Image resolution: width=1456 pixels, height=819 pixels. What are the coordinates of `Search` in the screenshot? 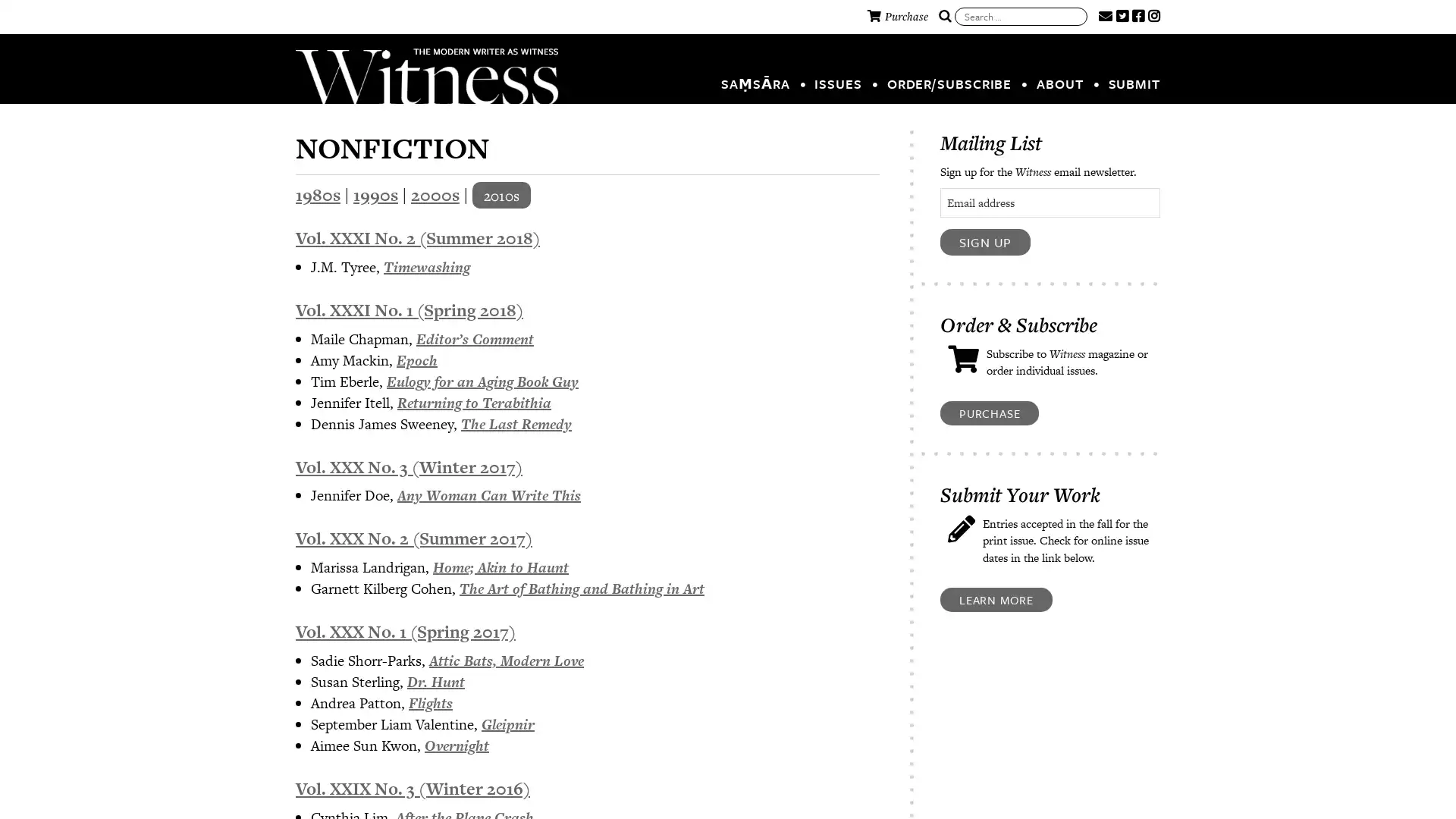 It's located at (944, 17).